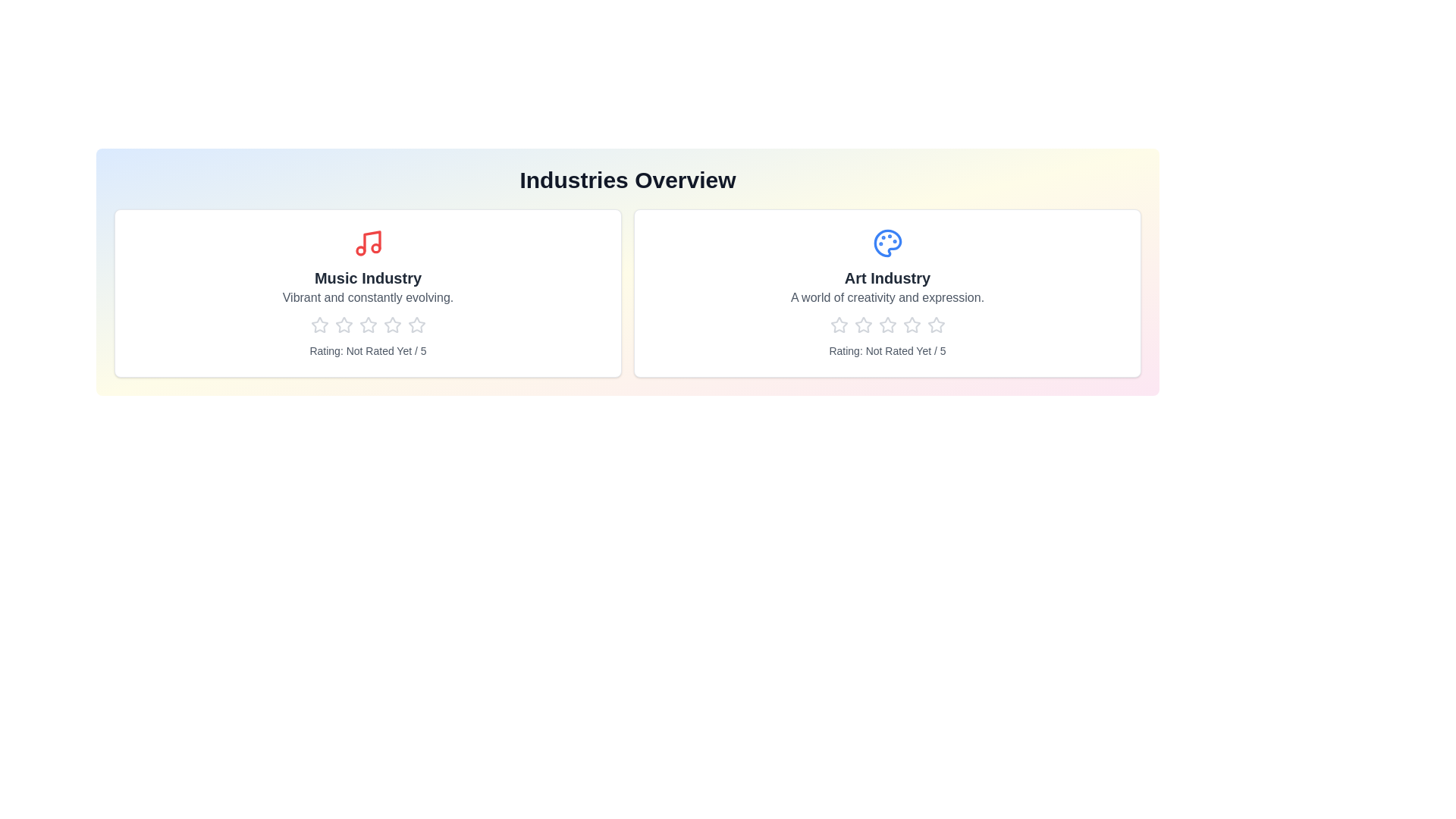 The height and width of the screenshot is (819, 1456). Describe the element at coordinates (392, 324) in the screenshot. I see `the star corresponding to 4 stars to preview the rating` at that location.